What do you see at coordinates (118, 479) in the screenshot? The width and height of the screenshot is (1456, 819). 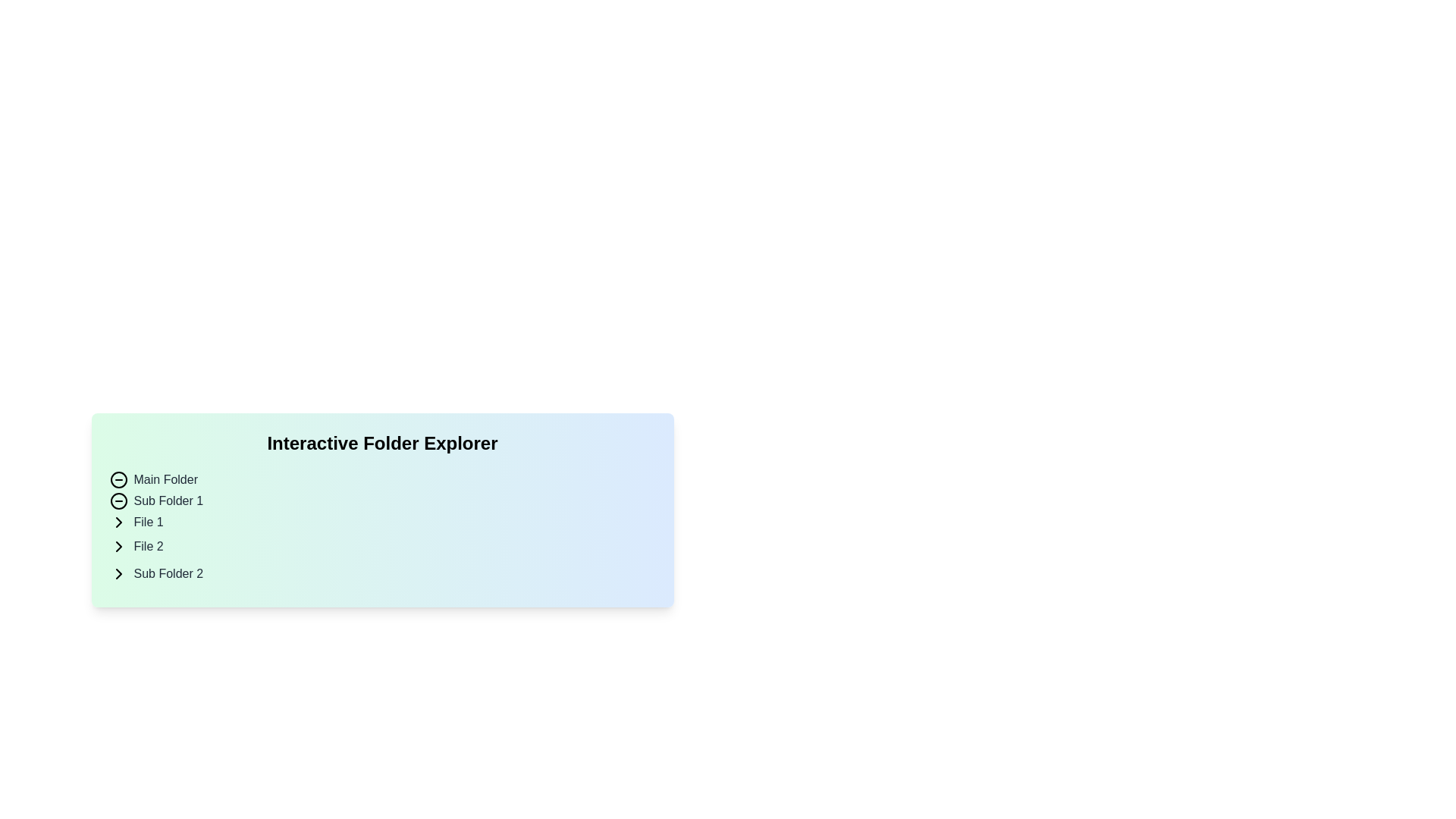 I see `the circular graphical element that indicates the expandable/collapsible state of the folder adjacent to the 'Sub Folder 1' label in the hierarchical list` at bounding box center [118, 479].